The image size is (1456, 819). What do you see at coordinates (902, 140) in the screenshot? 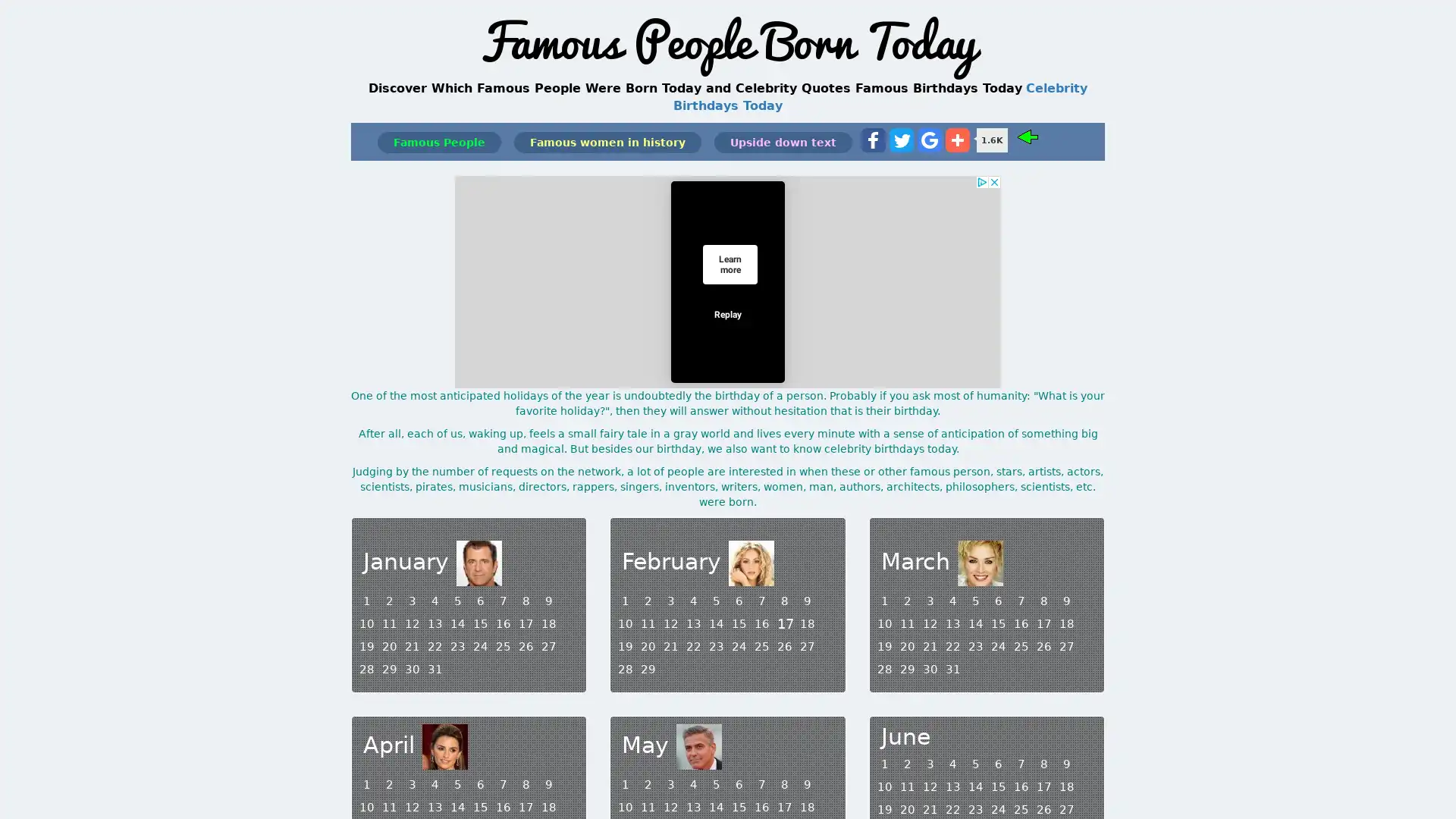
I see `Share to Twitter` at bounding box center [902, 140].